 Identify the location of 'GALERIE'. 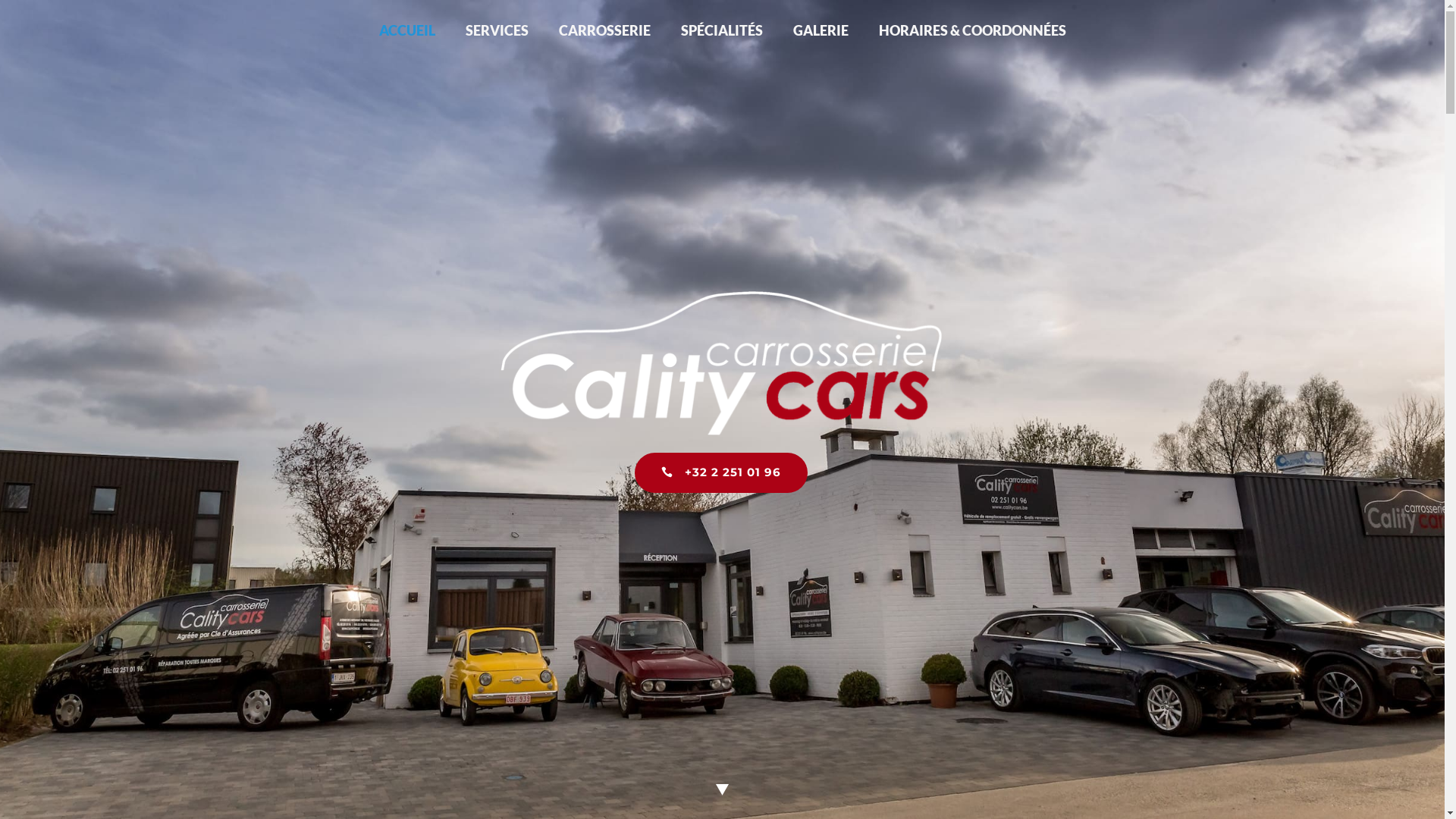
(820, 30).